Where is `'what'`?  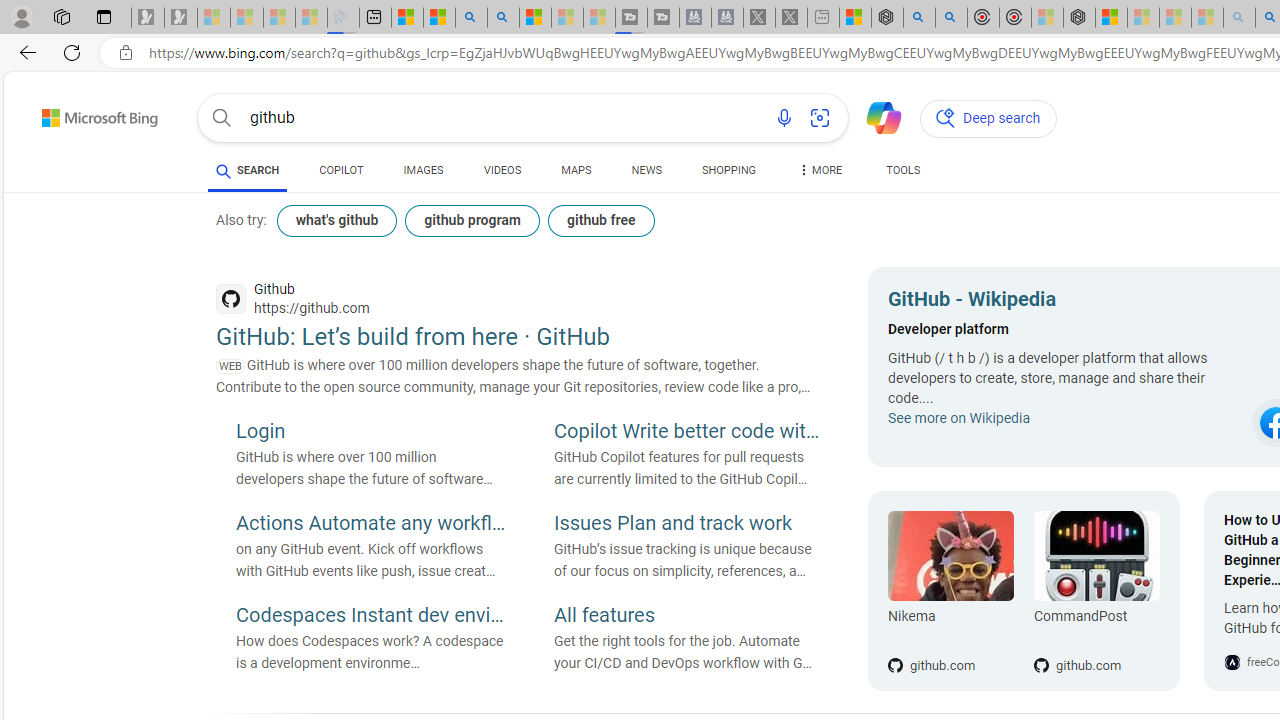 'what' is located at coordinates (337, 221).